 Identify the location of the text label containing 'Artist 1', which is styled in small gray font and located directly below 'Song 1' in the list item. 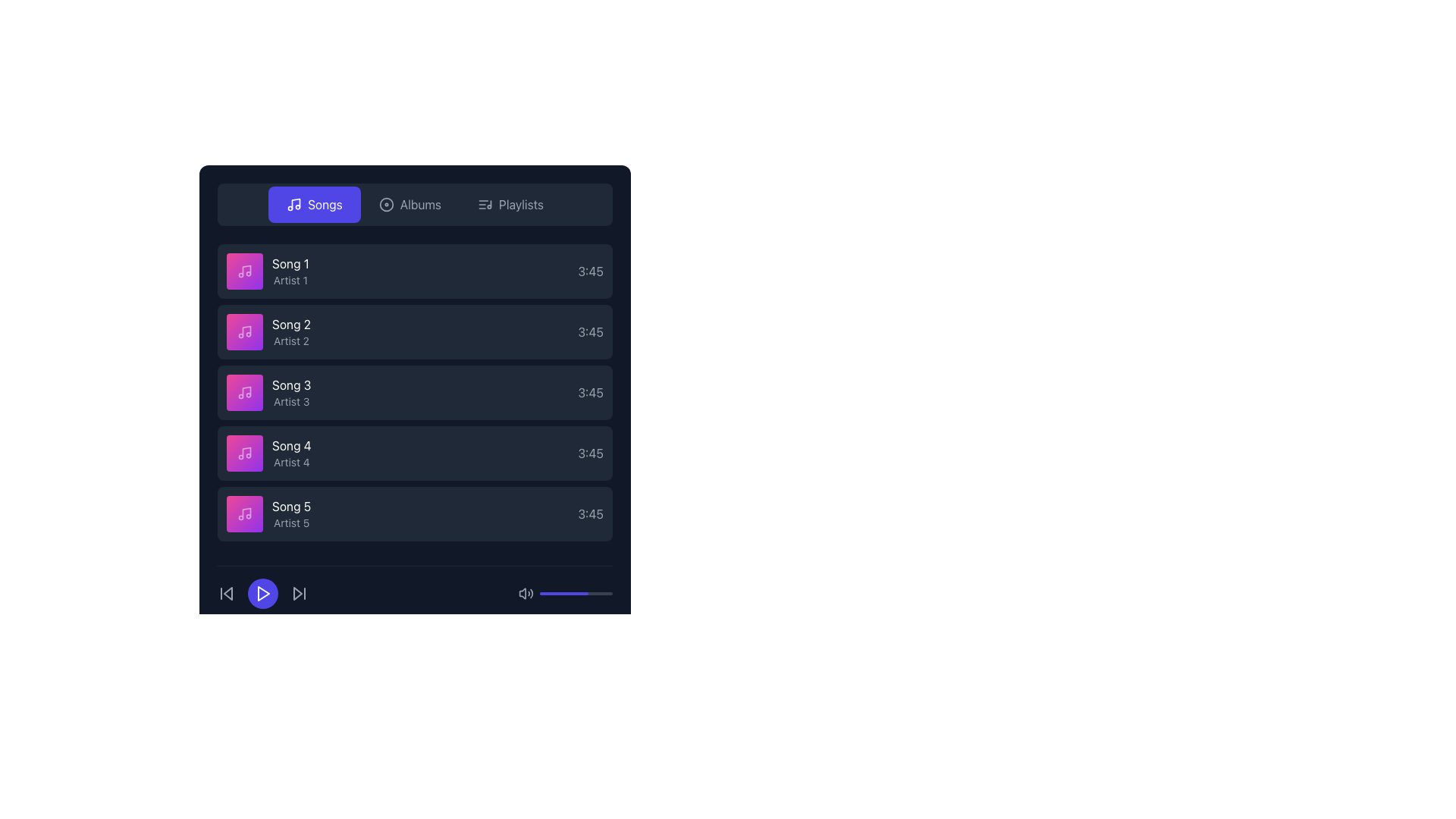
(290, 281).